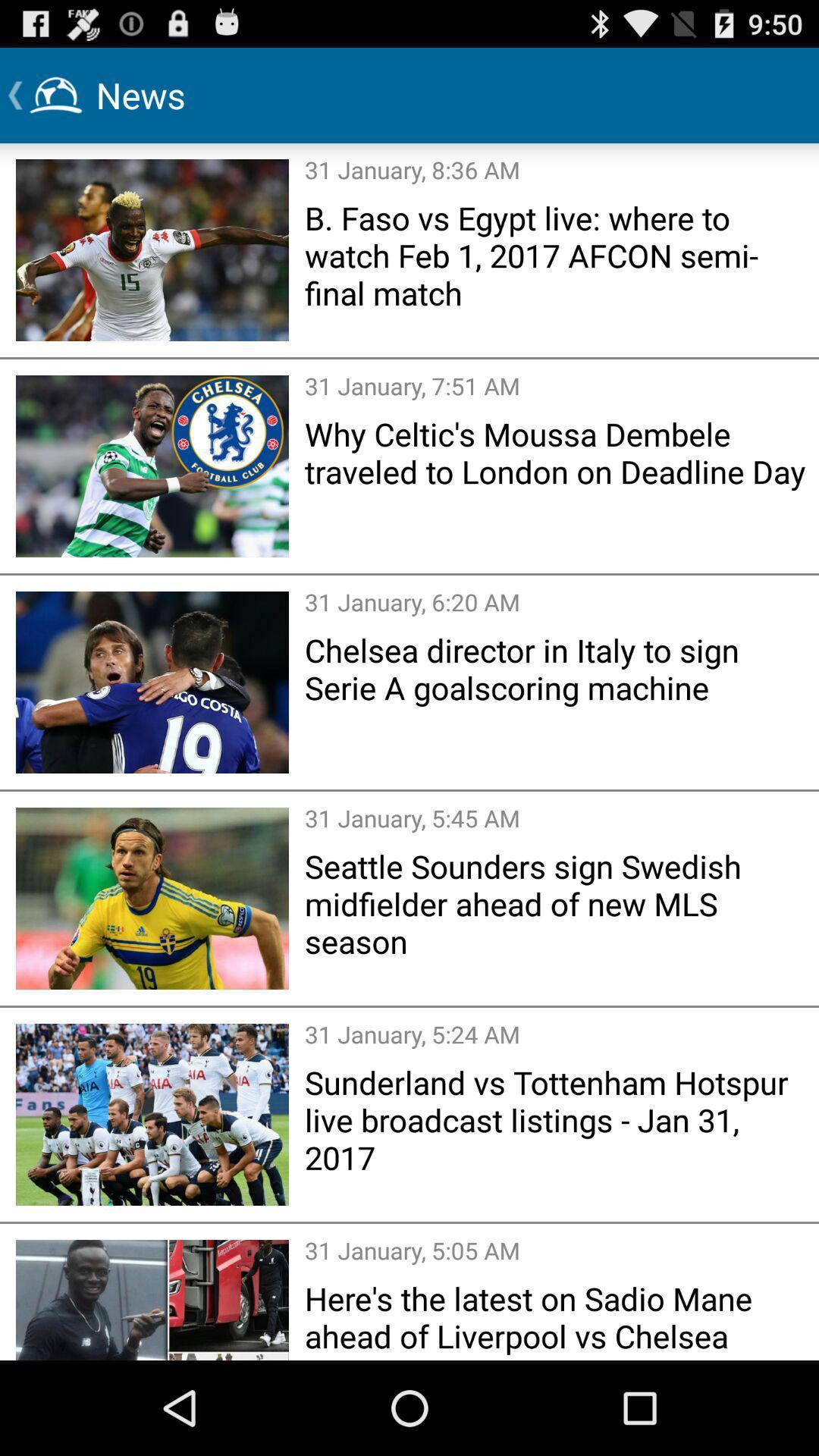  I want to click on the why celtic s, so click(557, 451).